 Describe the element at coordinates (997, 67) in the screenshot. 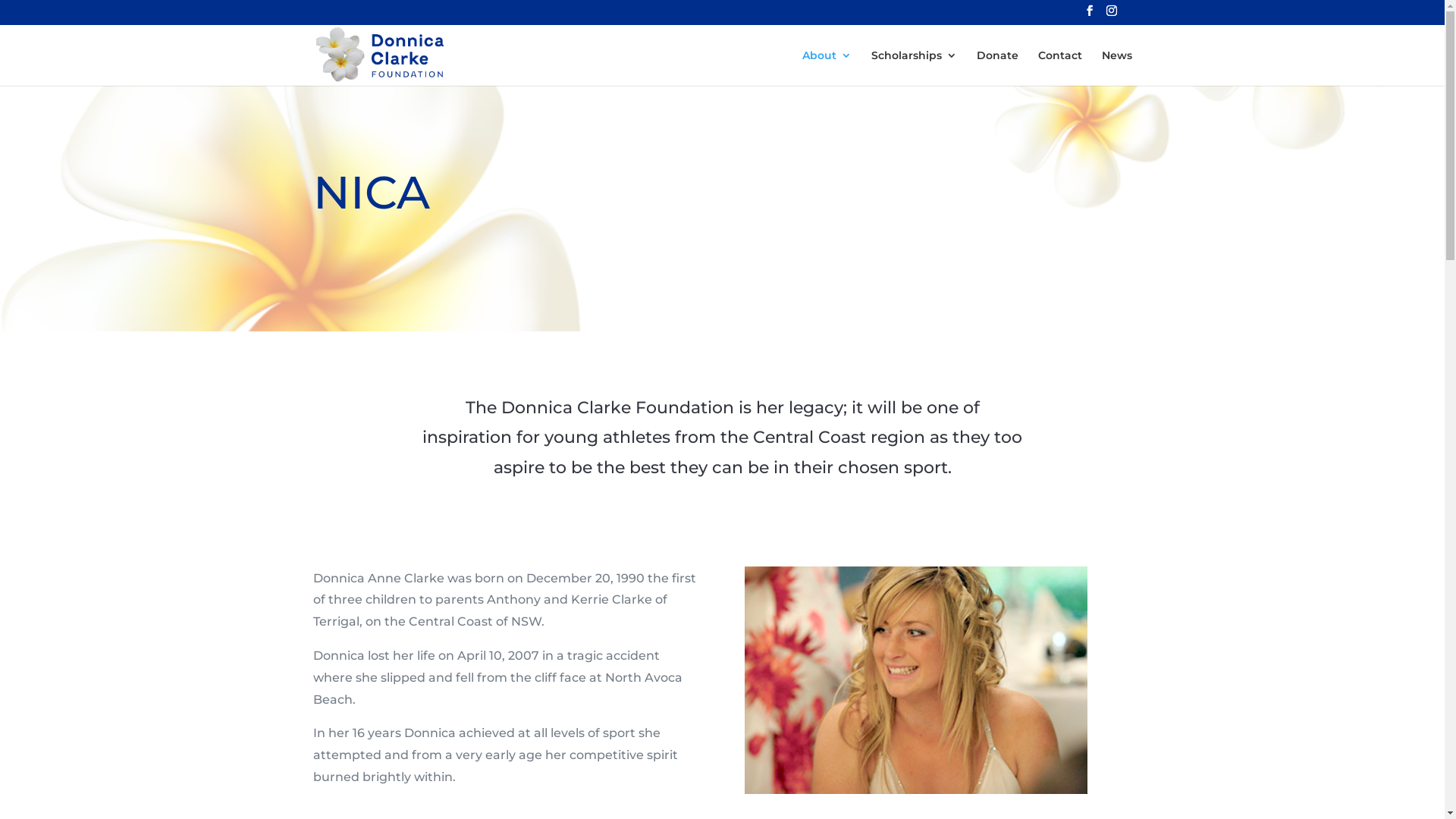

I see `'Donate'` at that location.